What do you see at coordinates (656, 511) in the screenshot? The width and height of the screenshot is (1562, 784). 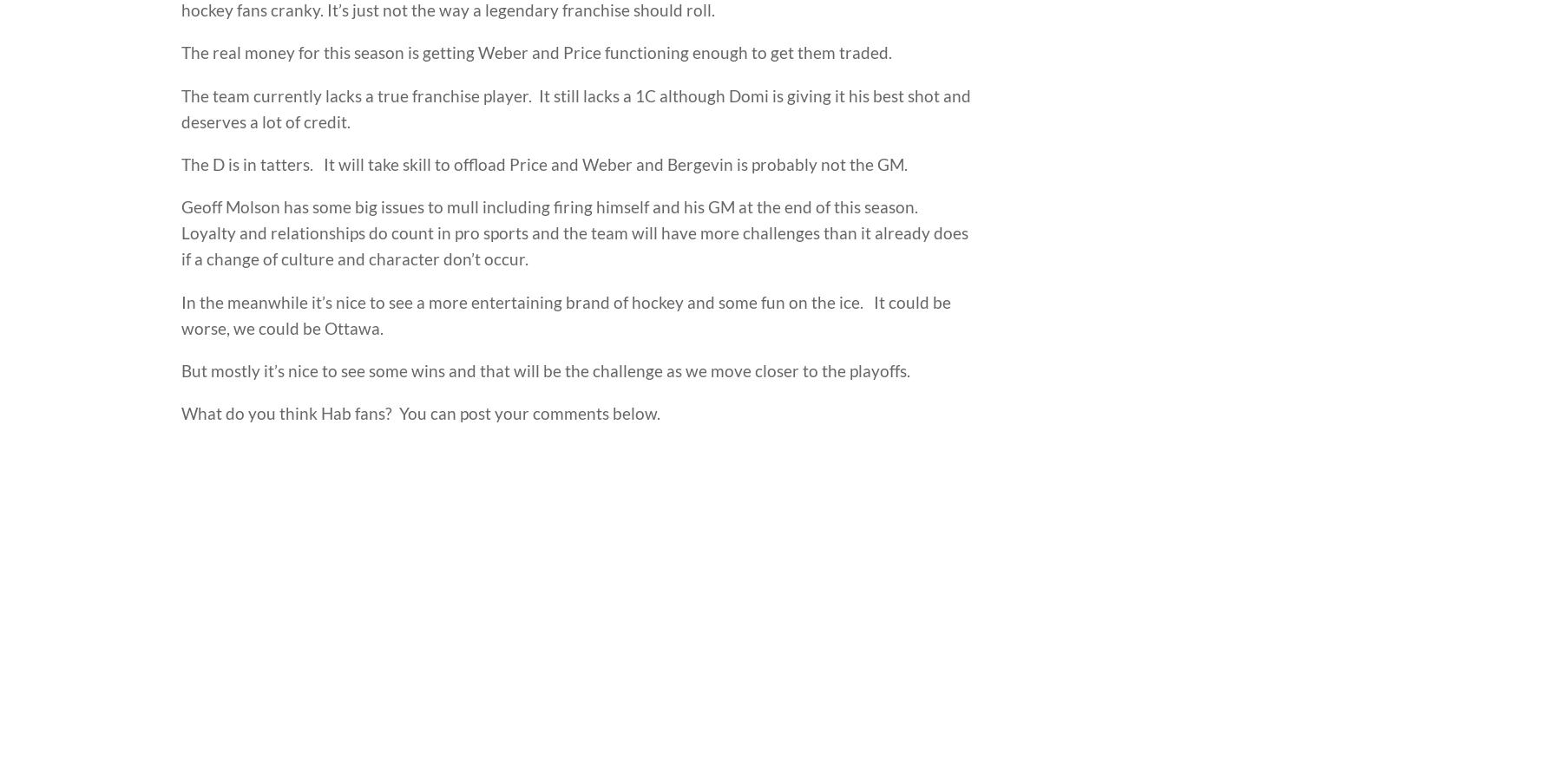 I see `'OPP Charge  Timberlock General Contracting Owner KEVIN PROULX w 22 Fraud Related  Offenses in Eastern Ontario'` at bounding box center [656, 511].